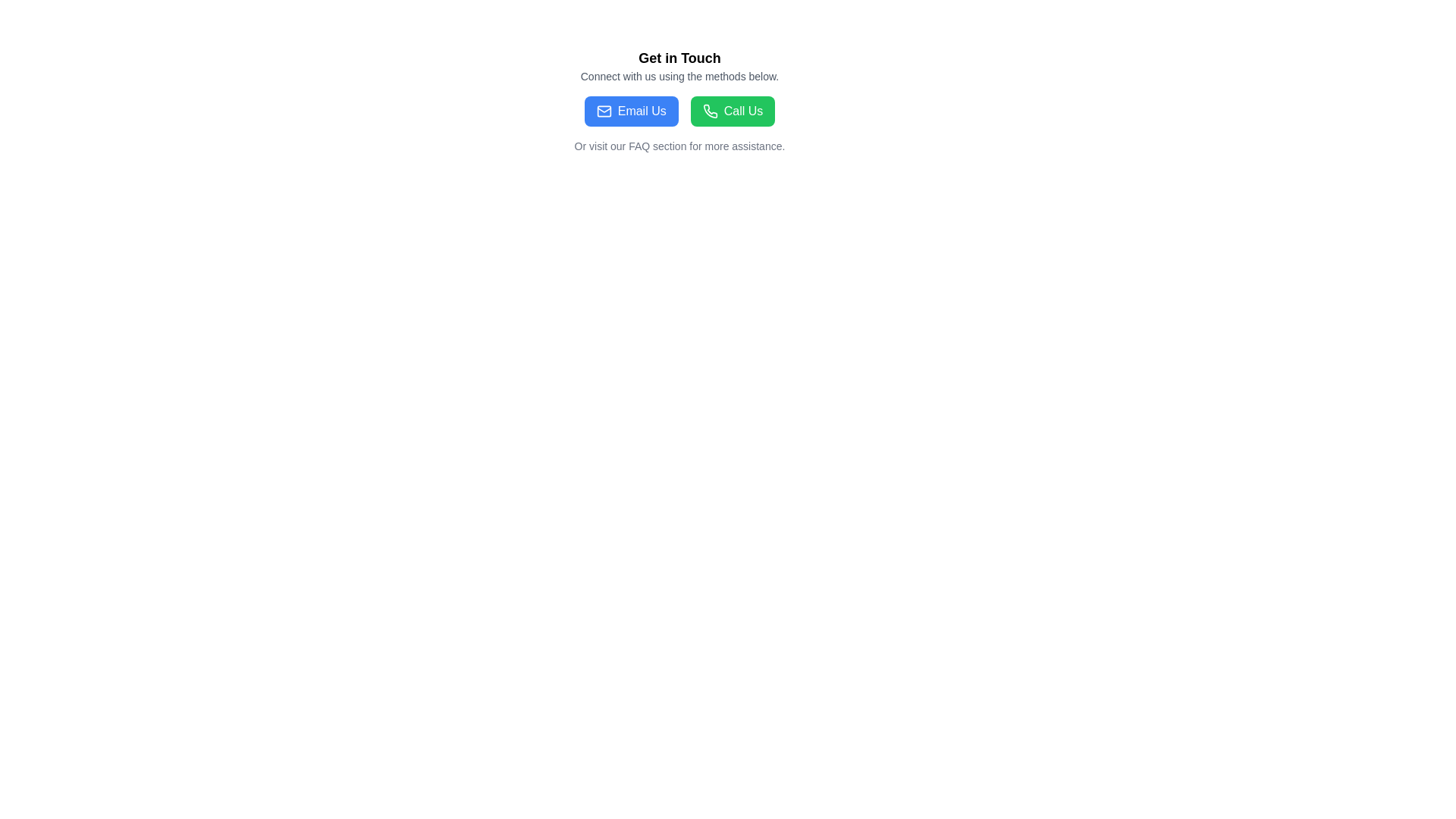 This screenshot has height=819, width=1456. Describe the element at coordinates (679, 146) in the screenshot. I see `the text label providing guidance to visit the FAQ section, located below the 'Call Us' and 'Email Us' buttons under the 'Get in Touch' header` at that location.